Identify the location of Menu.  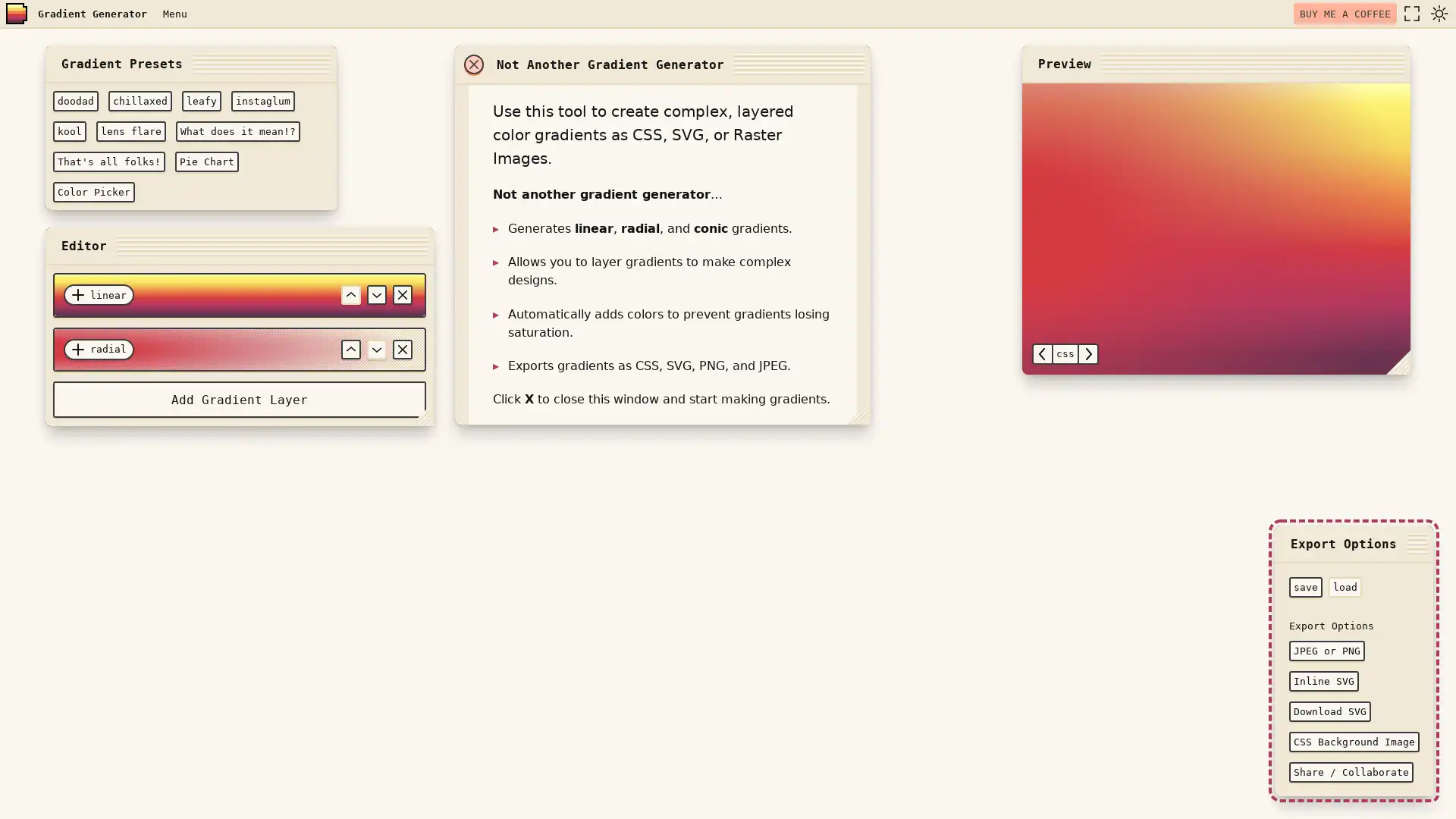
(174, 13).